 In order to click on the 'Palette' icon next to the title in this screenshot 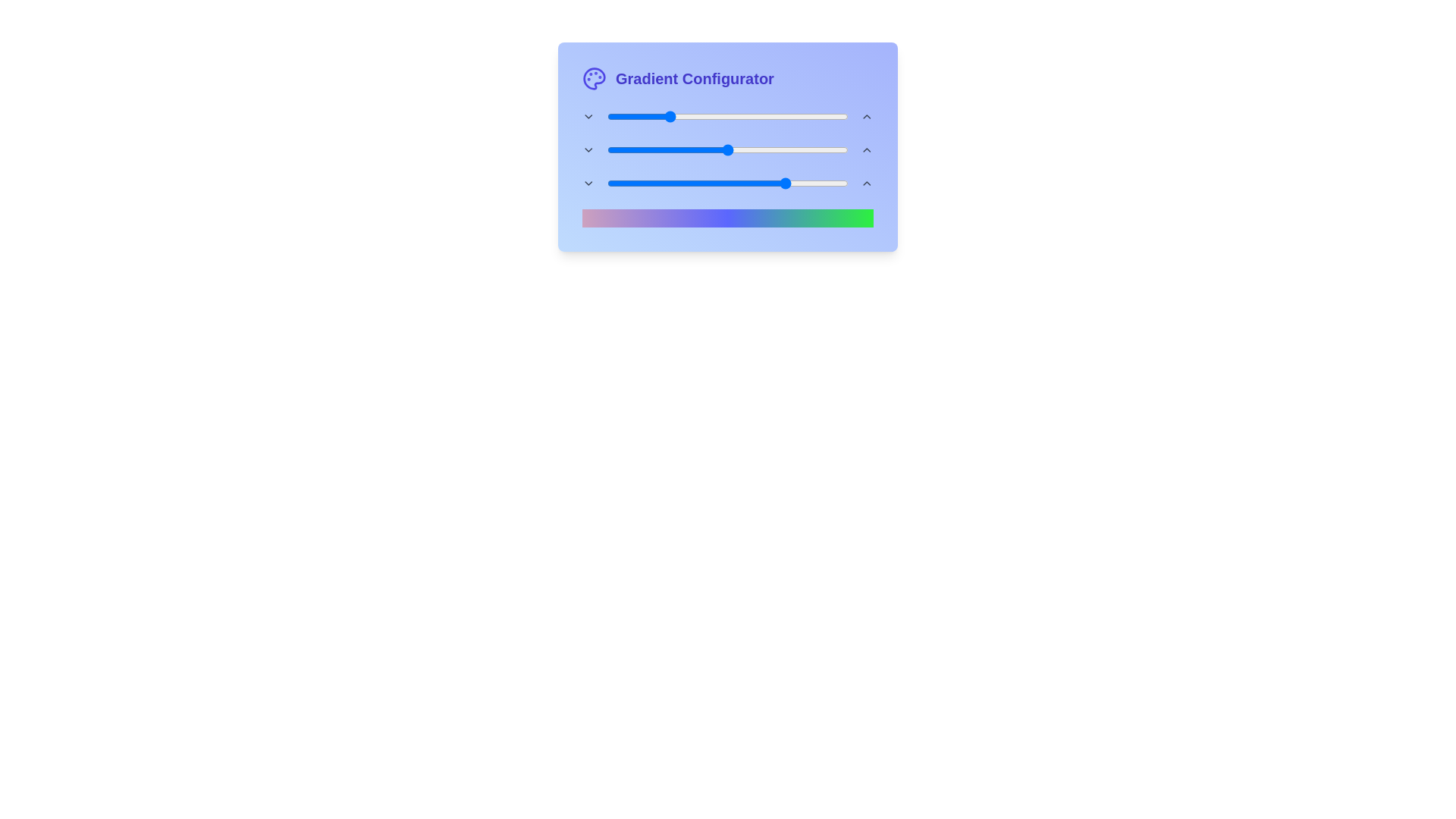, I will do `click(593, 79)`.